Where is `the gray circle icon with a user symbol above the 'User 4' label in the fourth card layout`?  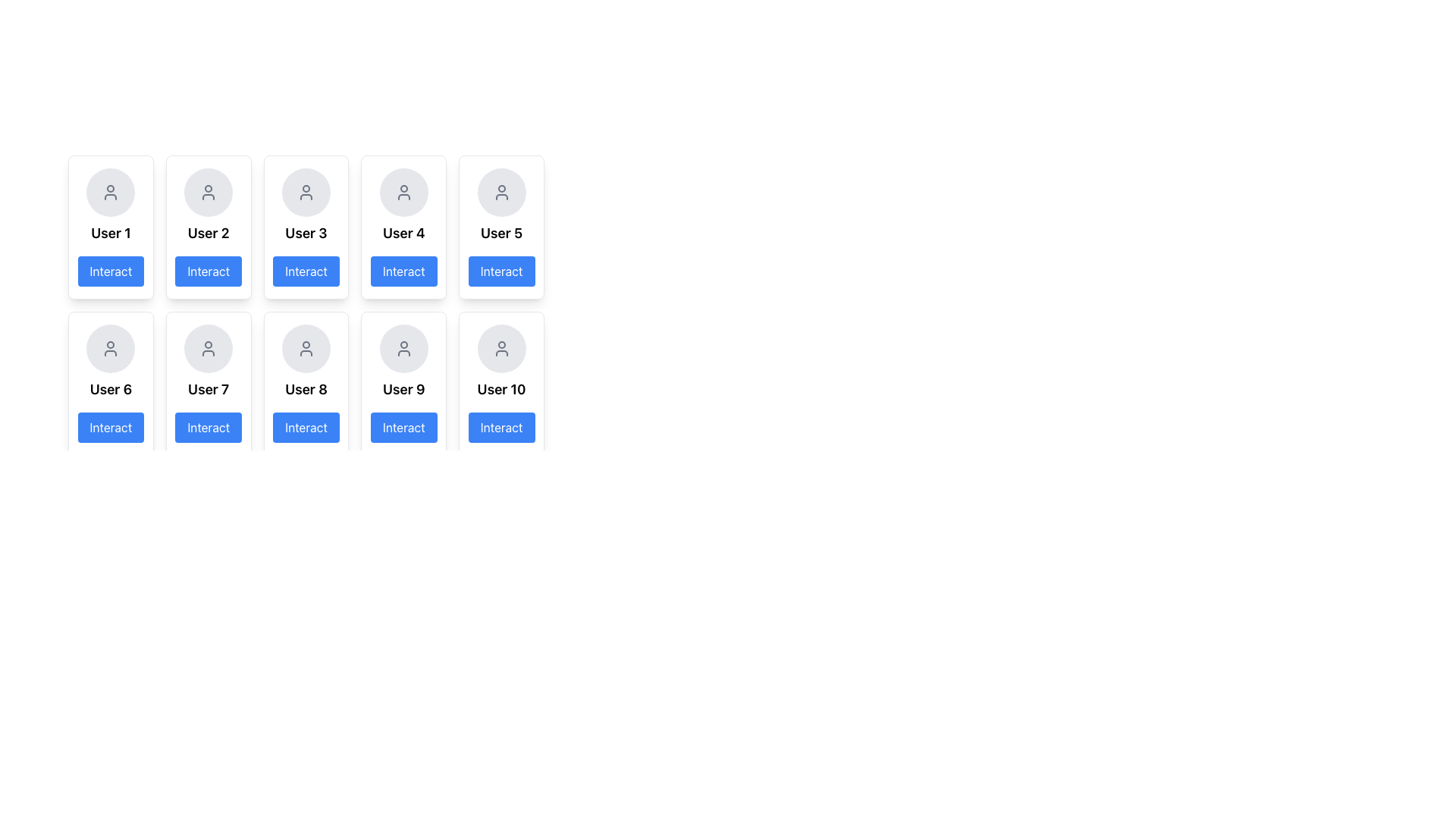
the gray circle icon with a user symbol above the 'User 4' label in the fourth card layout is located at coordinates (403, 192).